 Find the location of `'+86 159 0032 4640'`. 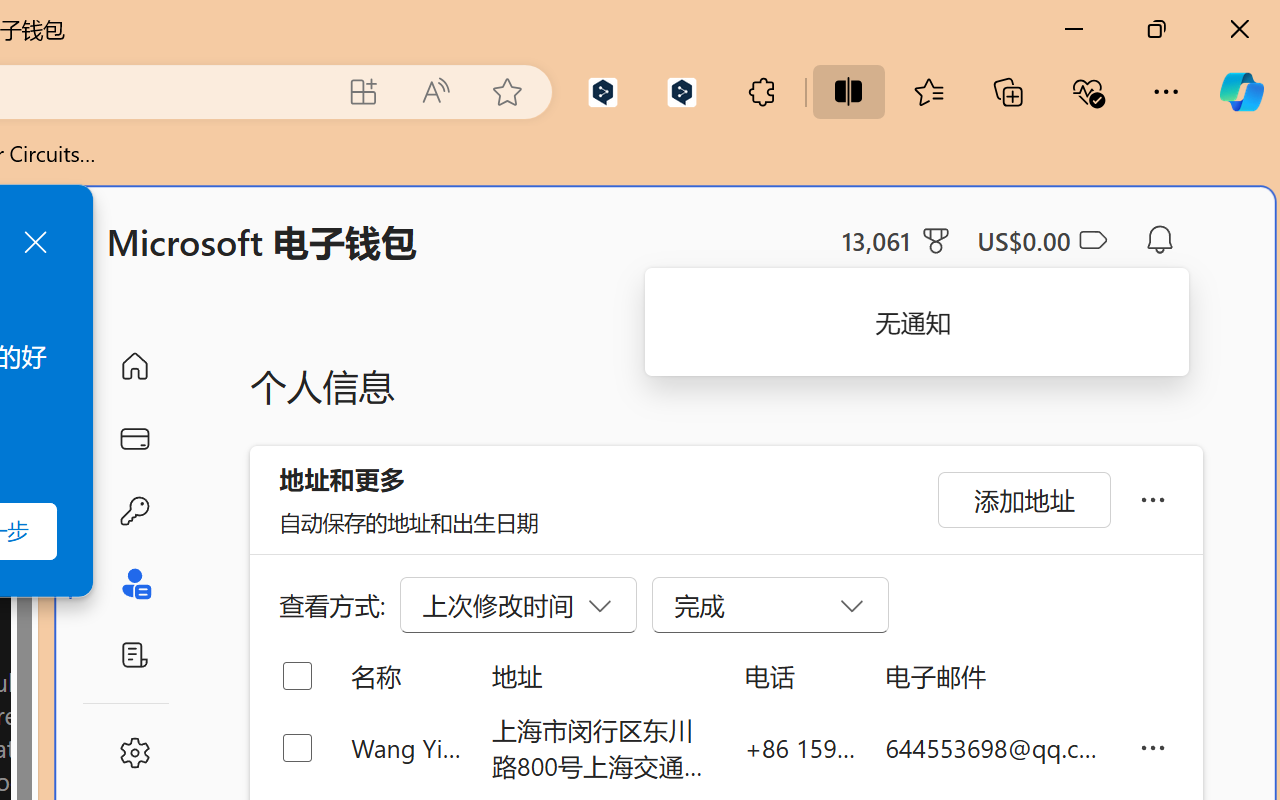

'+86 159 0032 4640' is located at coordinates (800, 747).